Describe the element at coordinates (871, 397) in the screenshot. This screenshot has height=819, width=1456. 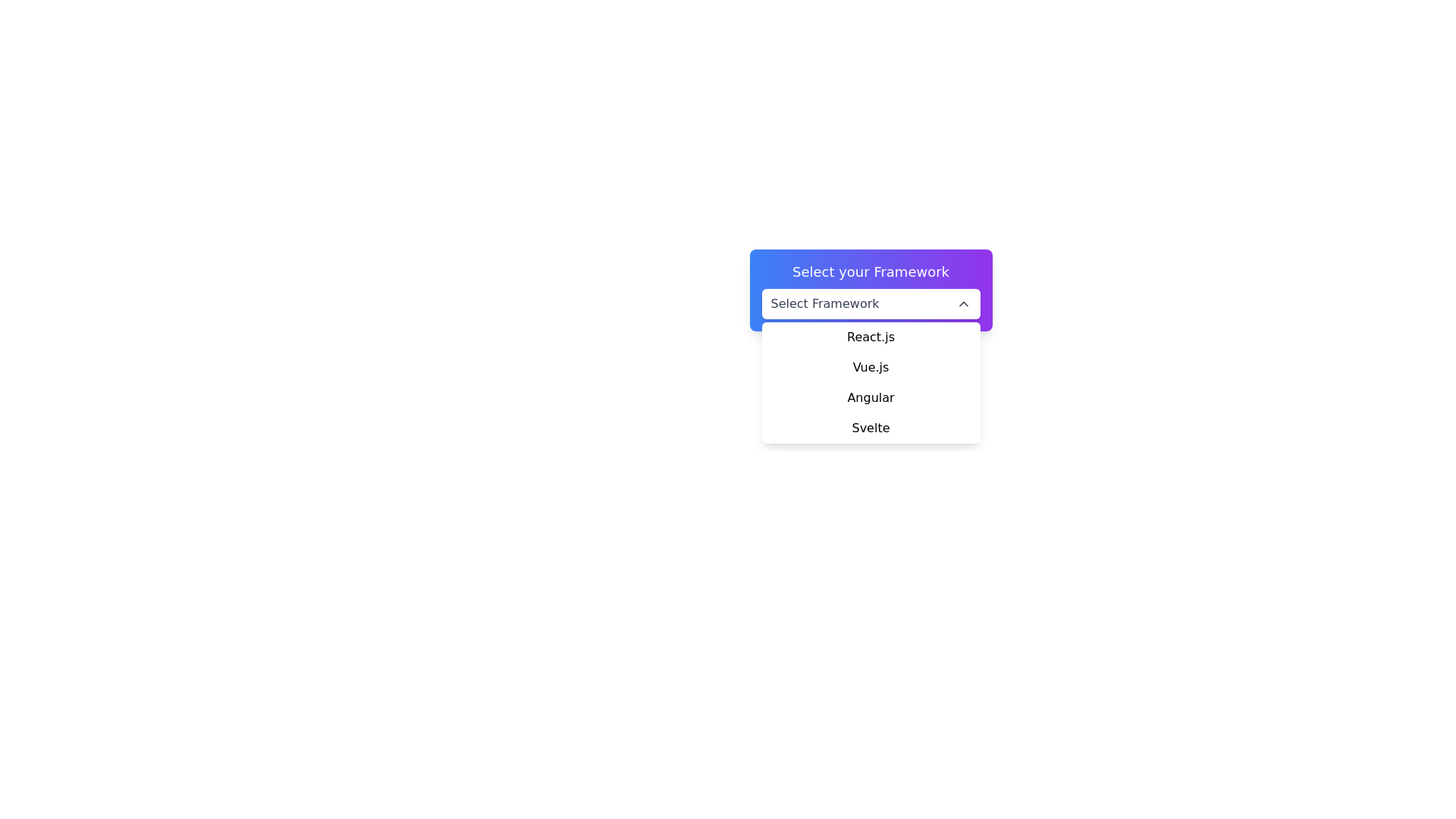
I see `the 'Angular' dropdown menu item, which is the third item` at that location.